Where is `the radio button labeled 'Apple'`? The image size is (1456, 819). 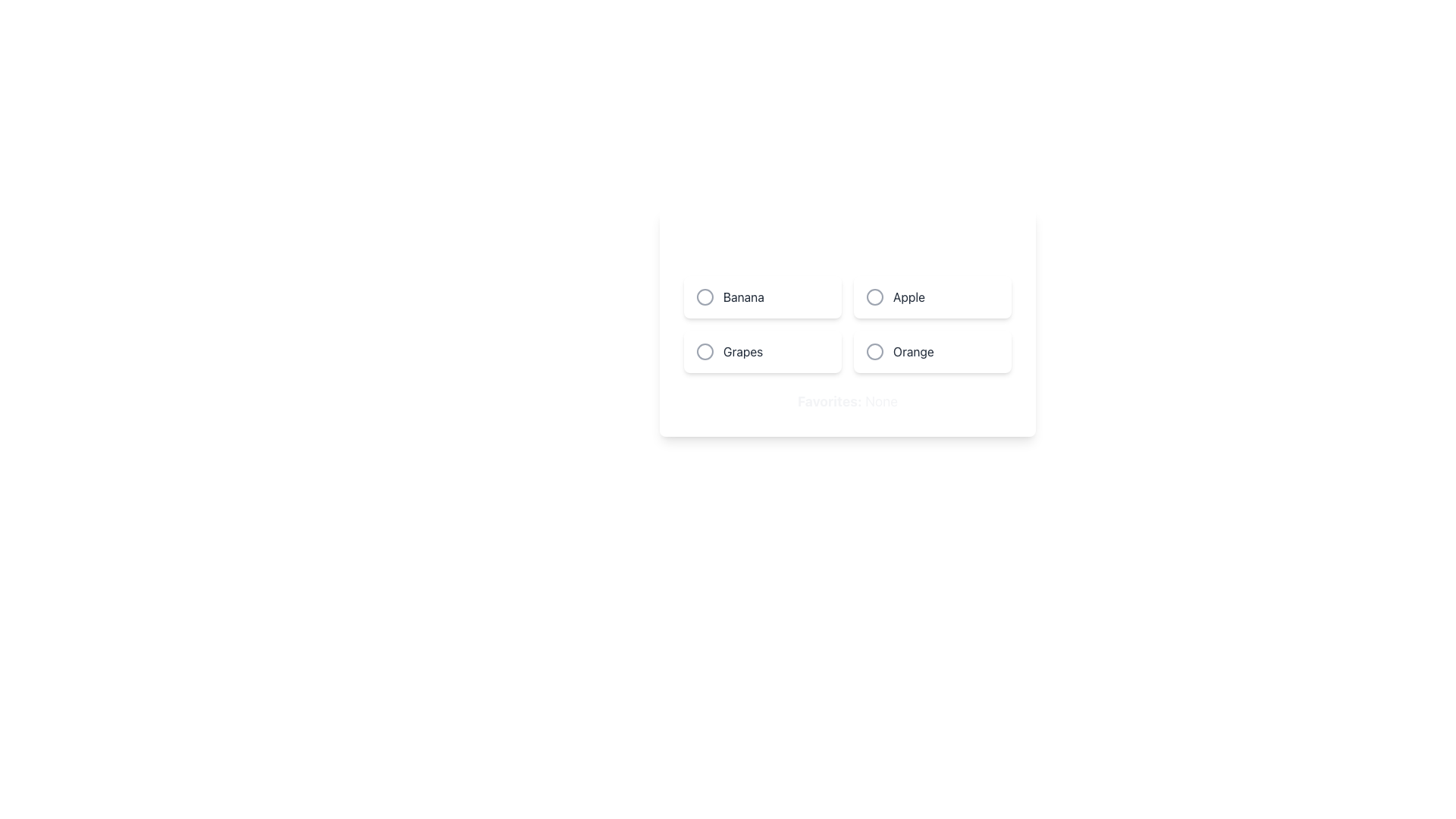 the radio button labeled 'Apple' is located at coordinates (874, 297).